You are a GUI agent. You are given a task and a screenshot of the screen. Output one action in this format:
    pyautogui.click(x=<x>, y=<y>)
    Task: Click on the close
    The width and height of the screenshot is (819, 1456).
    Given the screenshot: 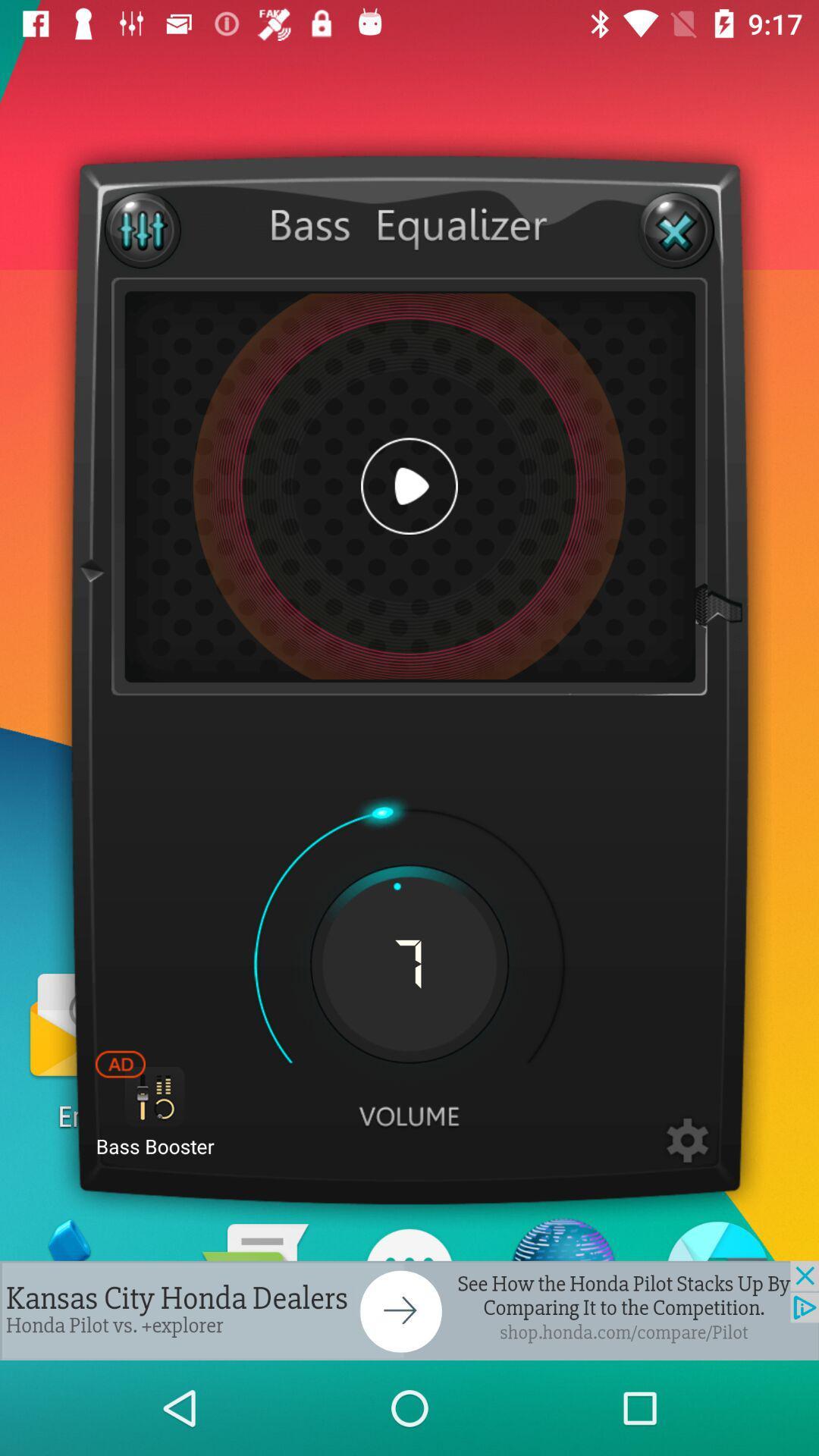 What is the action you would take?
    pyautogui.click(x=675, y=229)
    